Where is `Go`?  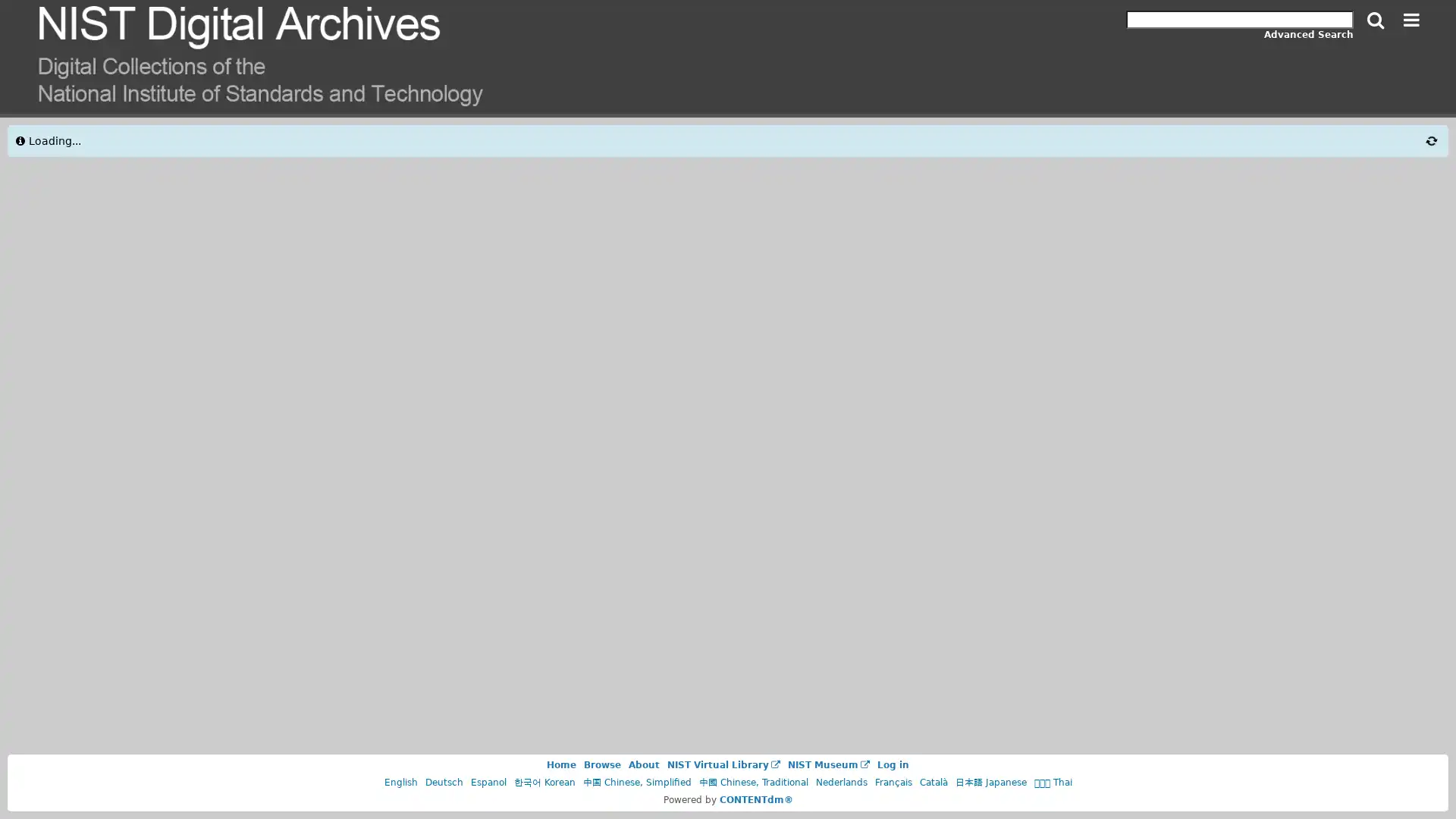 Go is located at coordinates (1144, 186).